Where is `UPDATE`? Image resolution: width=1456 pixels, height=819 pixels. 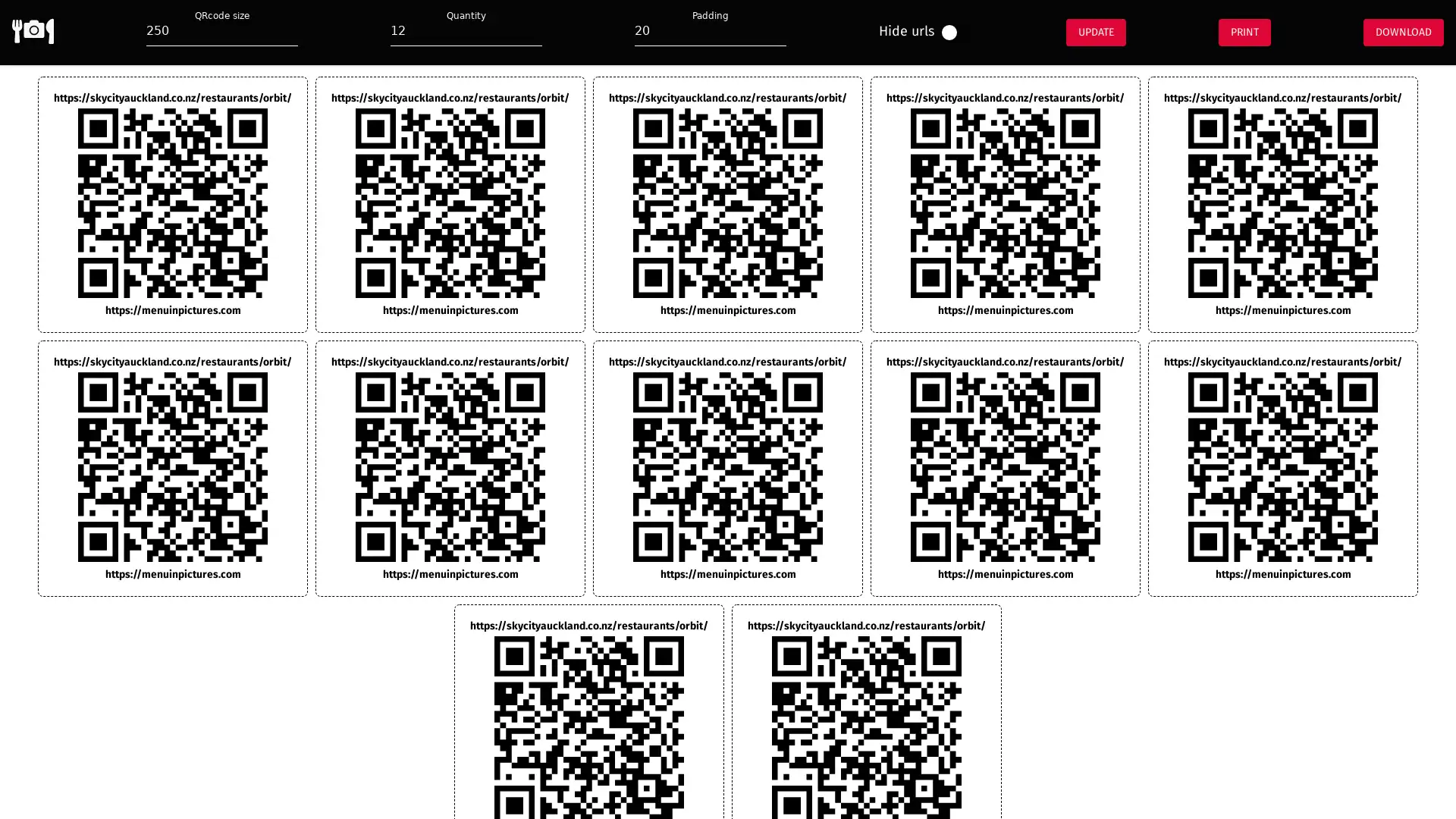
UPDATE is located at coordinates (1095, 32).